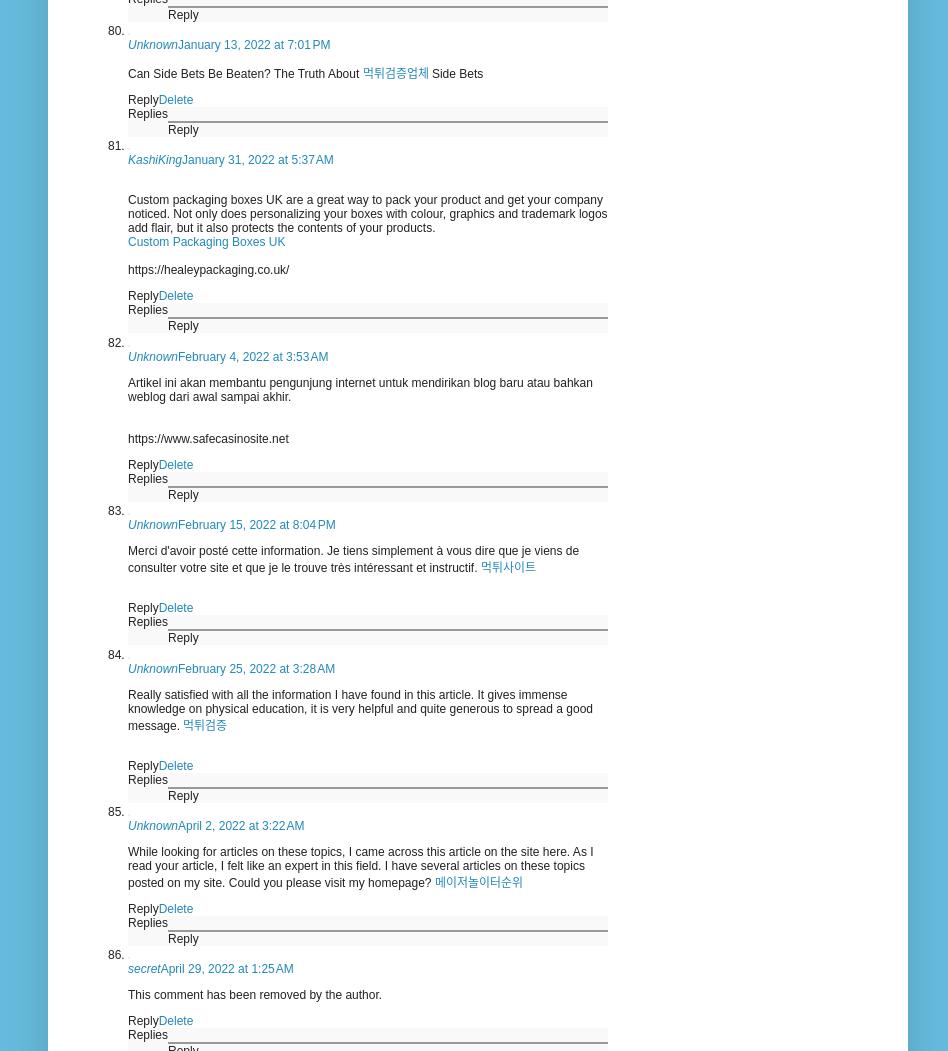 The width and height of the screenshot is (948, 1051). I want to click on 'KashiKing', so click(153, 158).